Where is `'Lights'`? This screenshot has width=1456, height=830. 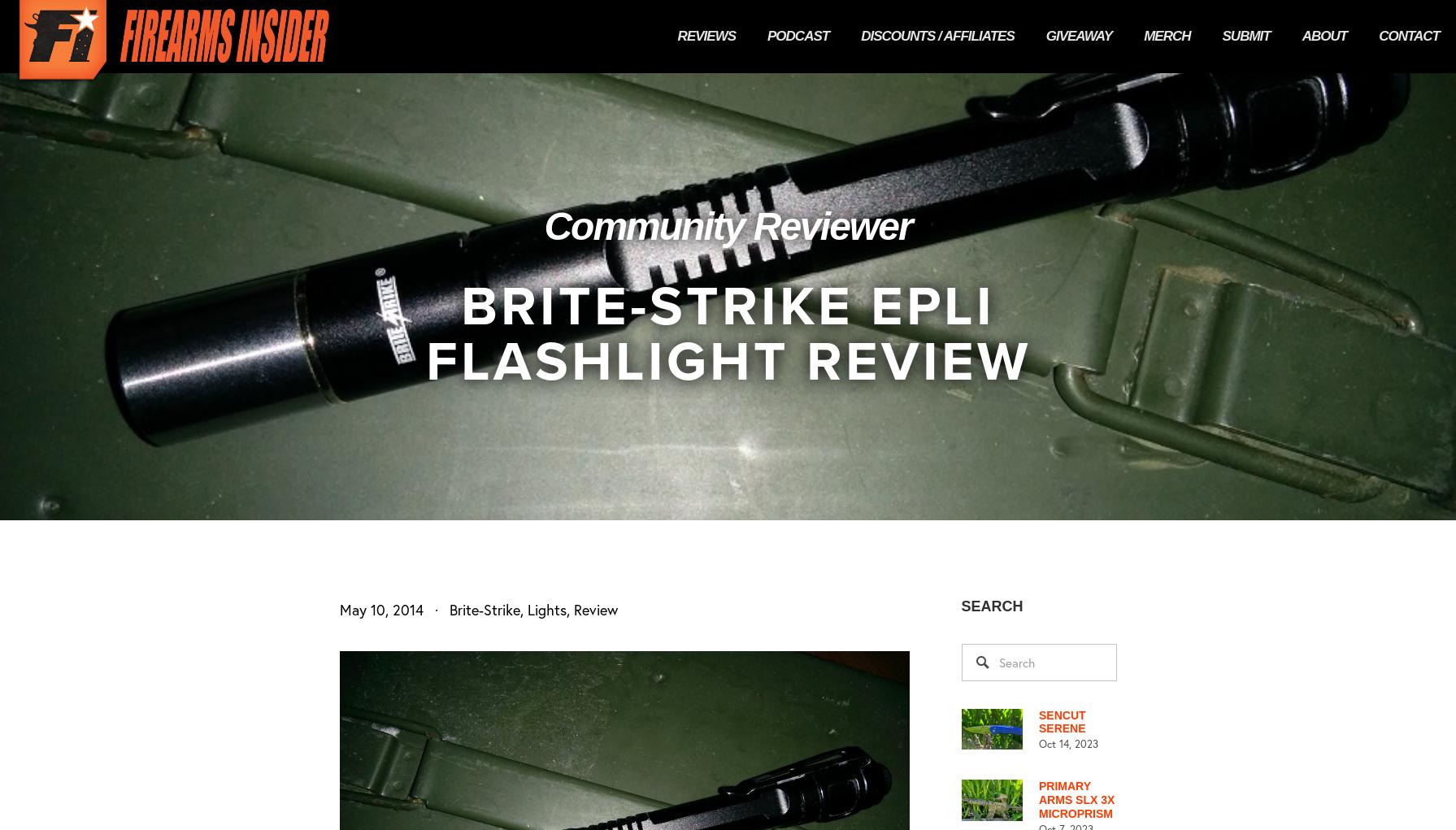 'Lights' is located at coordinates (545, 609).